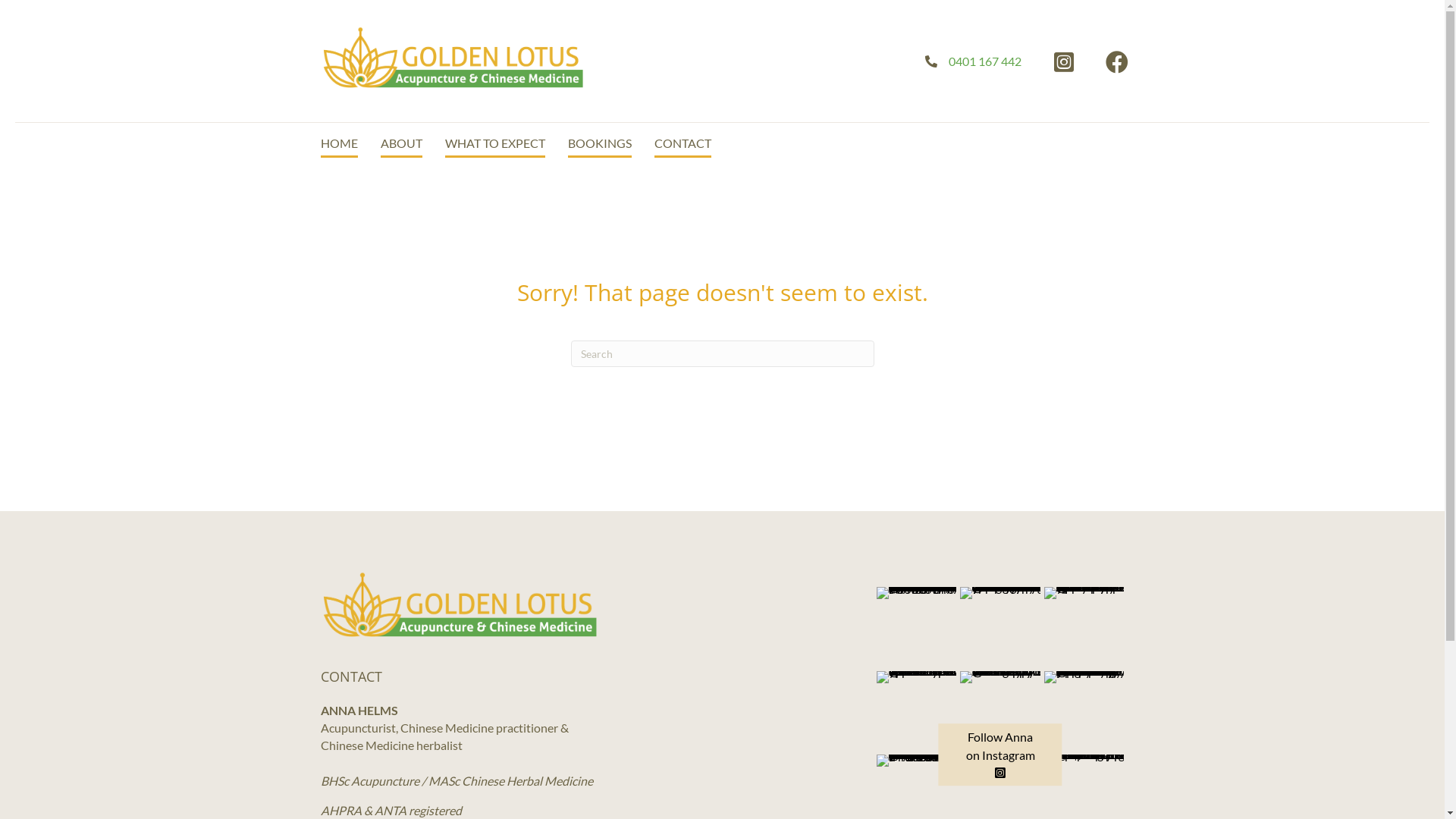 The image size is (1456, 819). Describe the element at coordinates (458, 603) in the screenshot. I see `'GoldenLotus_Logo_2023'` at that location.